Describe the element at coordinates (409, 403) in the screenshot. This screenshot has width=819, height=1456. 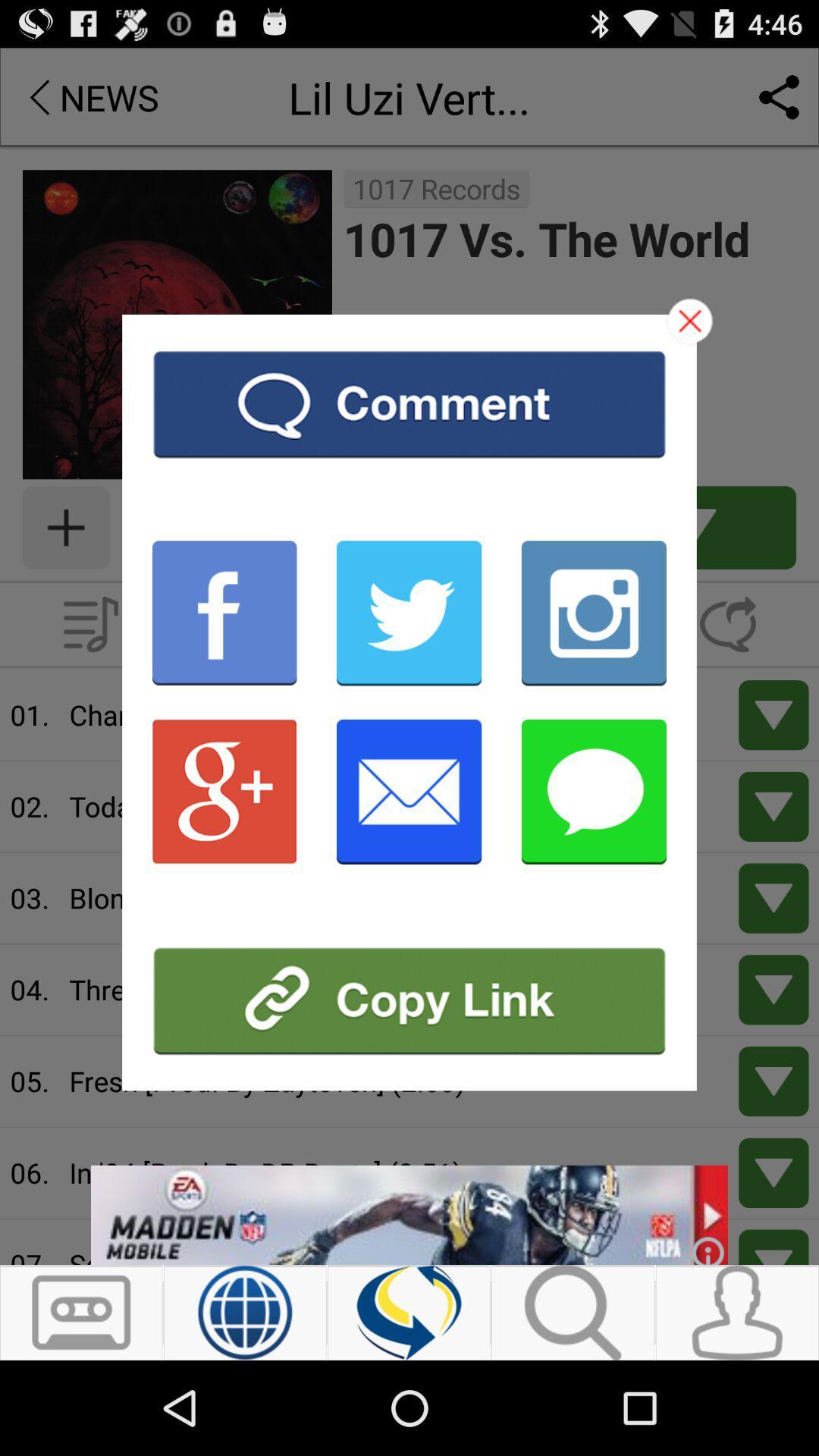
I see `facebook to comment` at that location.